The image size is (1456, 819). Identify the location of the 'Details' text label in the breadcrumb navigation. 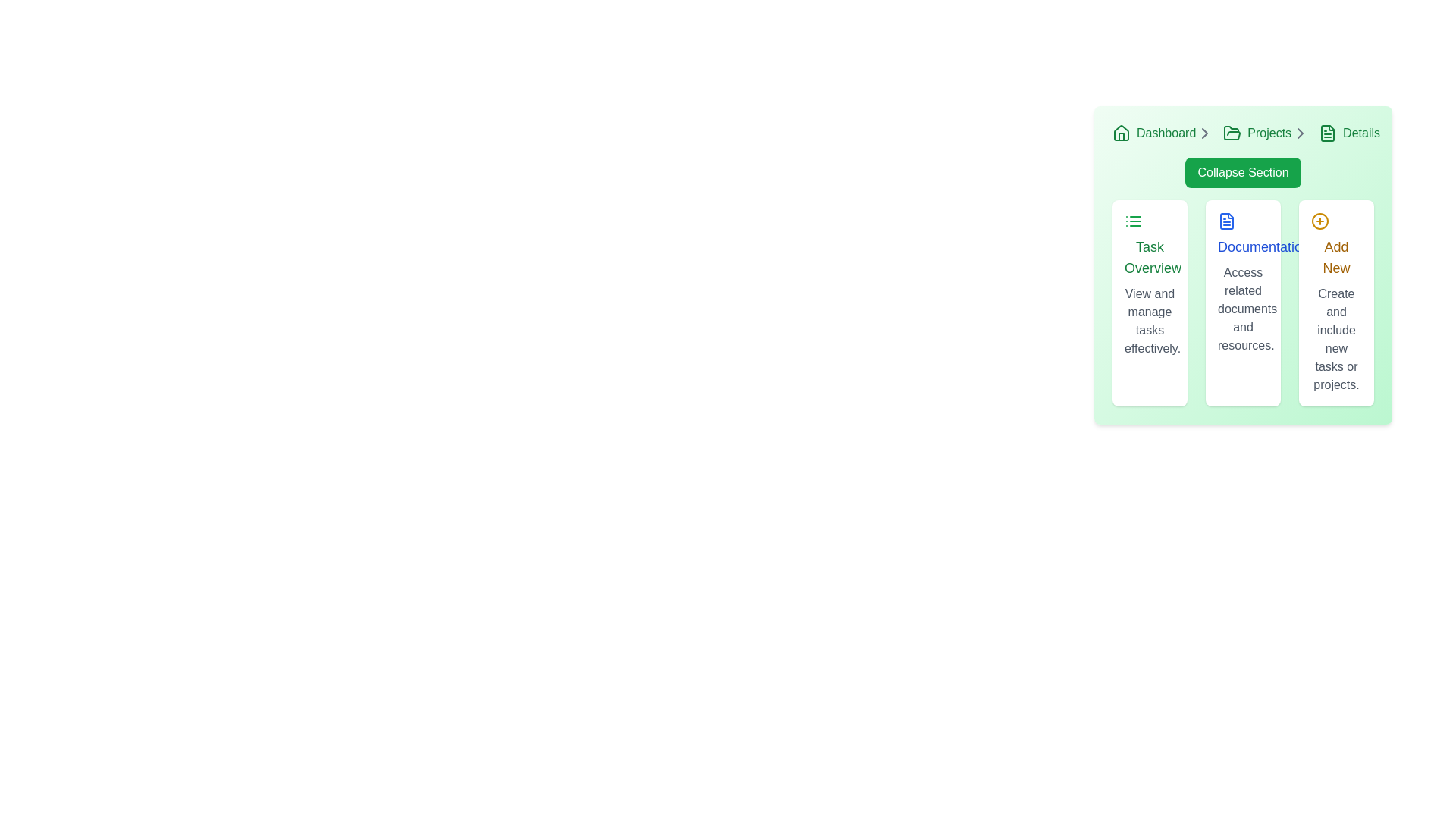
(1361, 133).